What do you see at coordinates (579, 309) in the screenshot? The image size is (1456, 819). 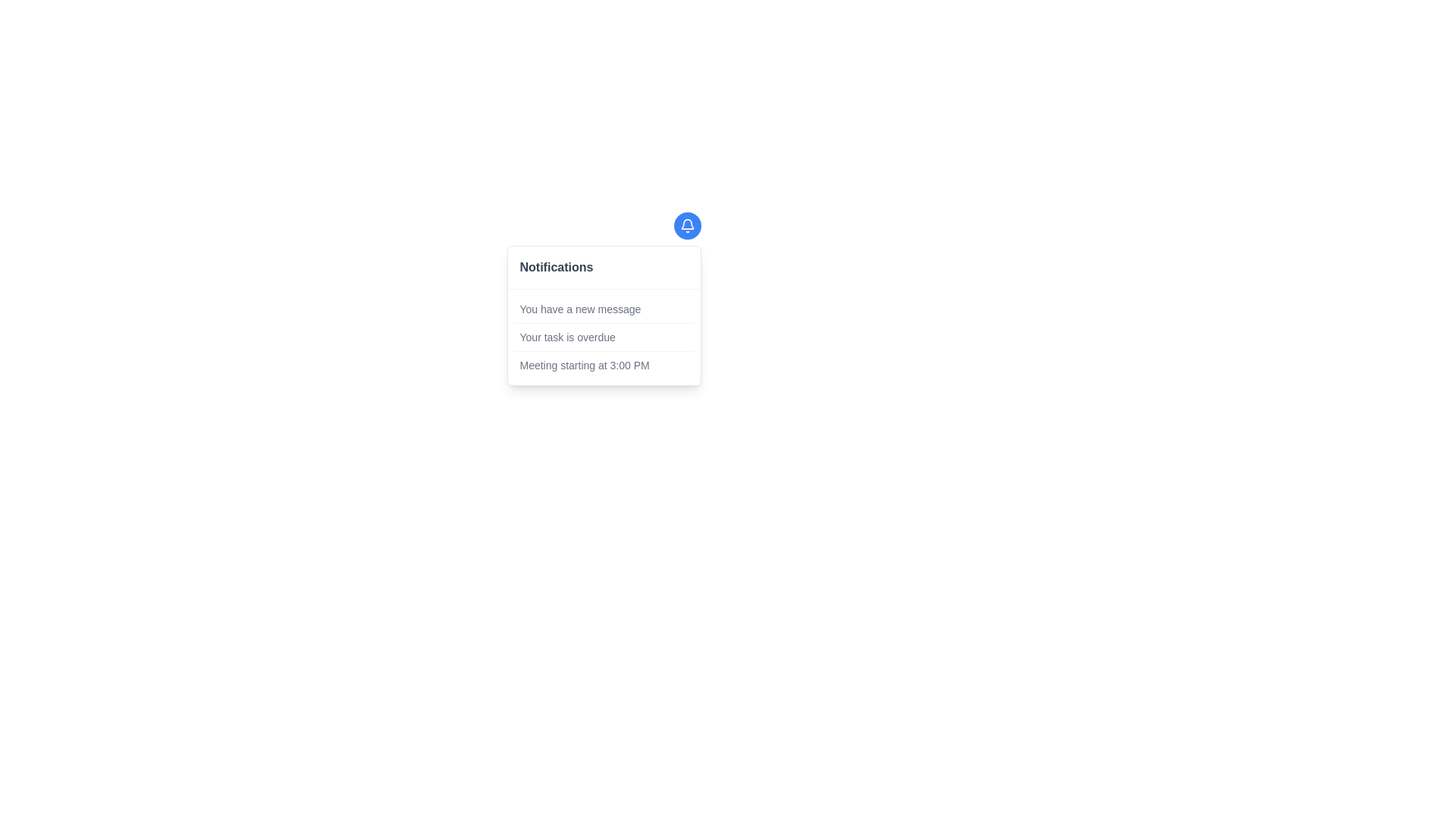 I see `text of the notification message that says 'You have a new message', which is displayed in a small-sized, gray-colored font within the notification dropdown panel` at bounding box center [579, 309].